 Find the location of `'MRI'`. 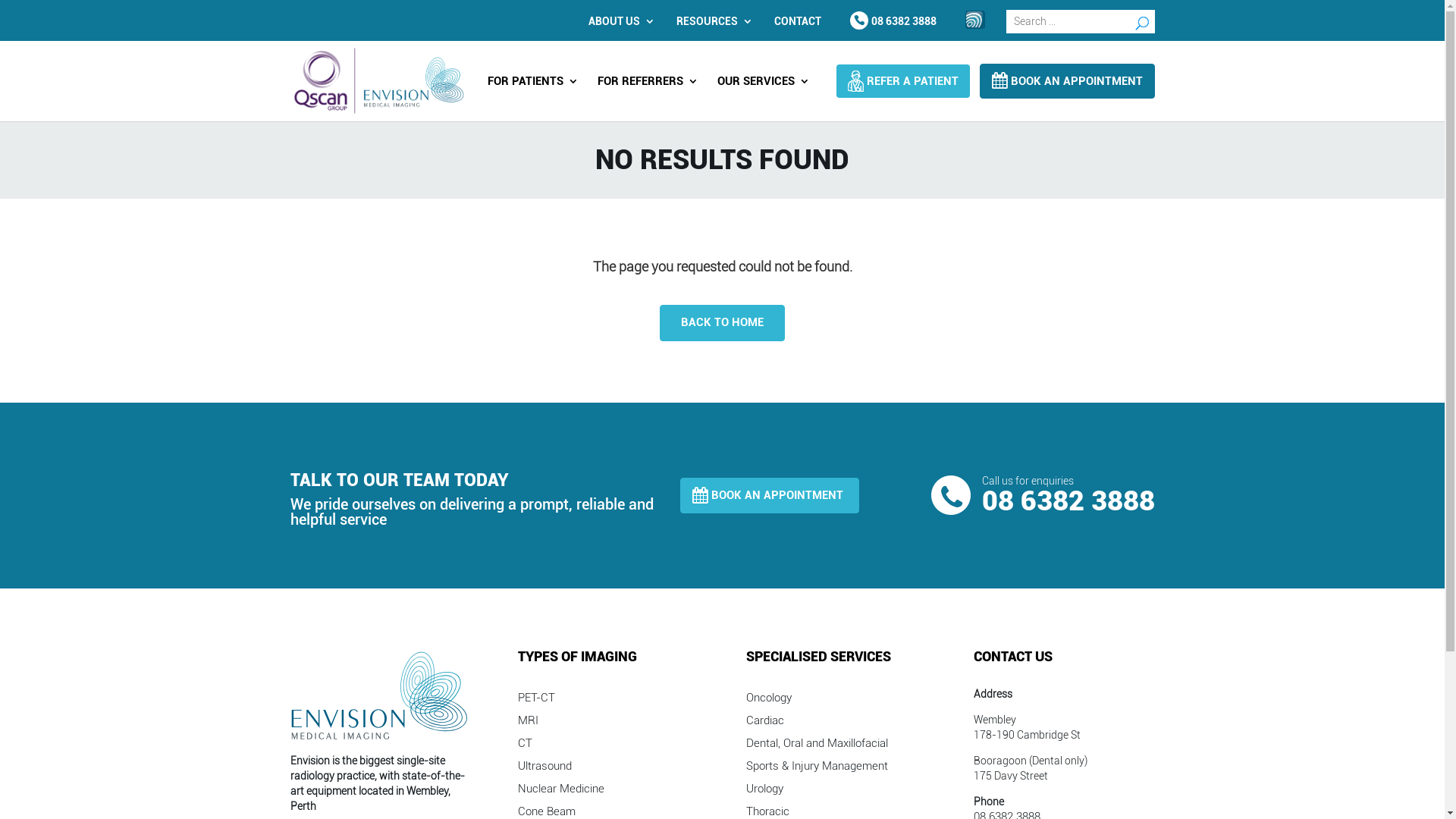

'MRI' is located at coordinates (528, 722).